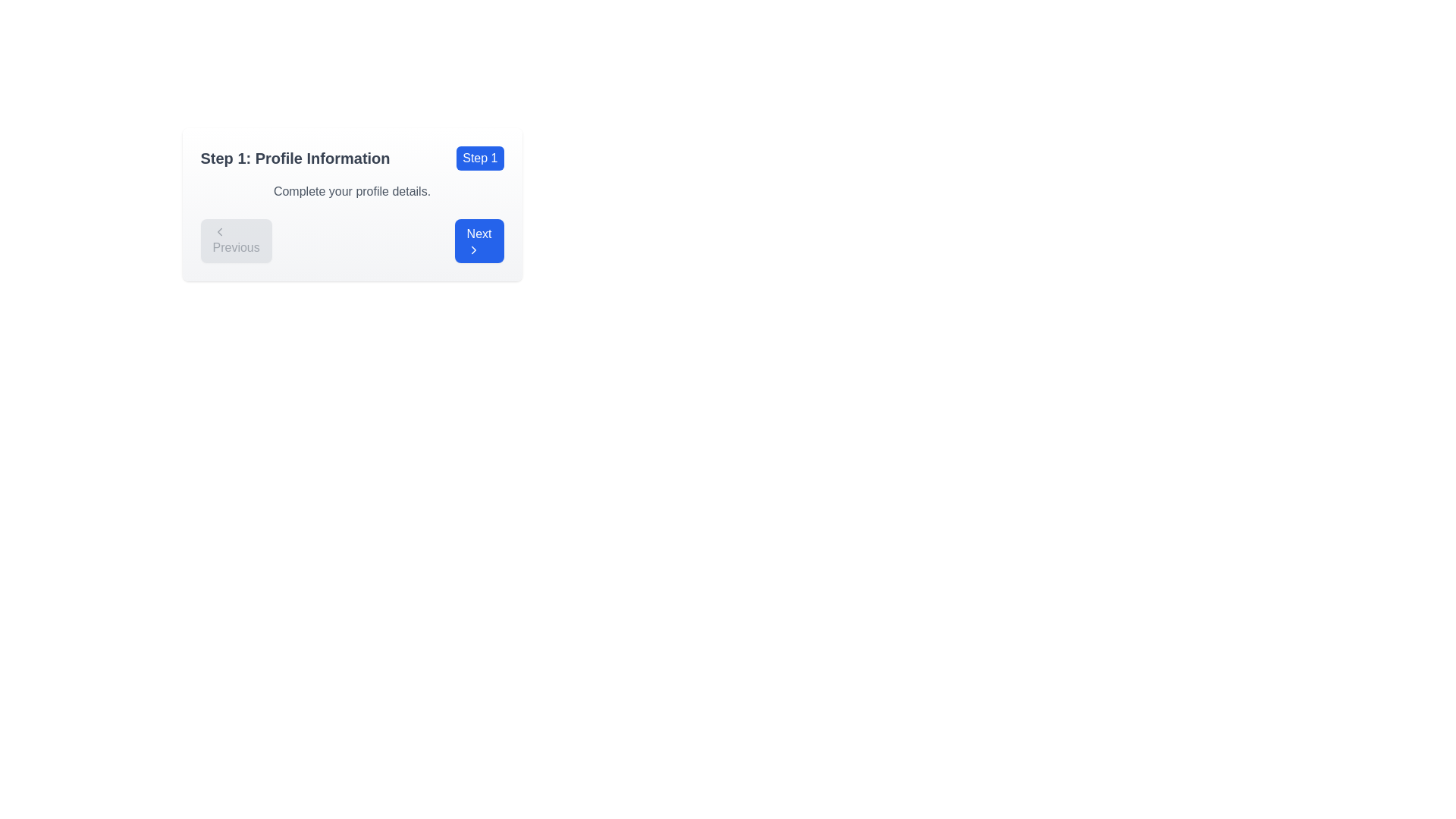 This screenshot has height=819, width=1456. What do you see at coordinates (479, 240) in the screenshot?
I see `the 'Next' button located in the bottom-right corner of the navigation section to proceed to the next step` at bounding box center [479, 240].